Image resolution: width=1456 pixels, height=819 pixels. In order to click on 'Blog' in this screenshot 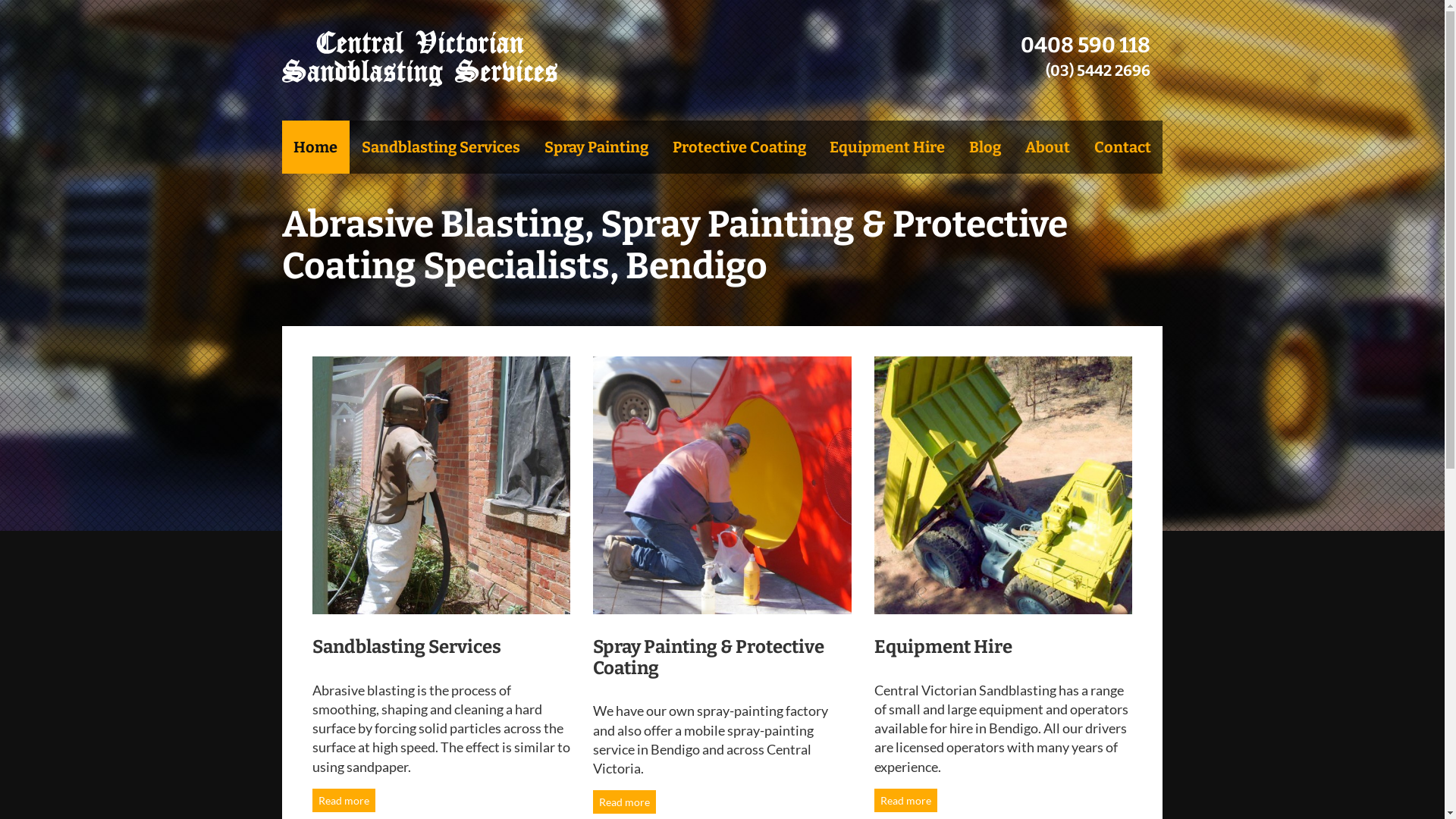, I will do `click(985, 146)`.